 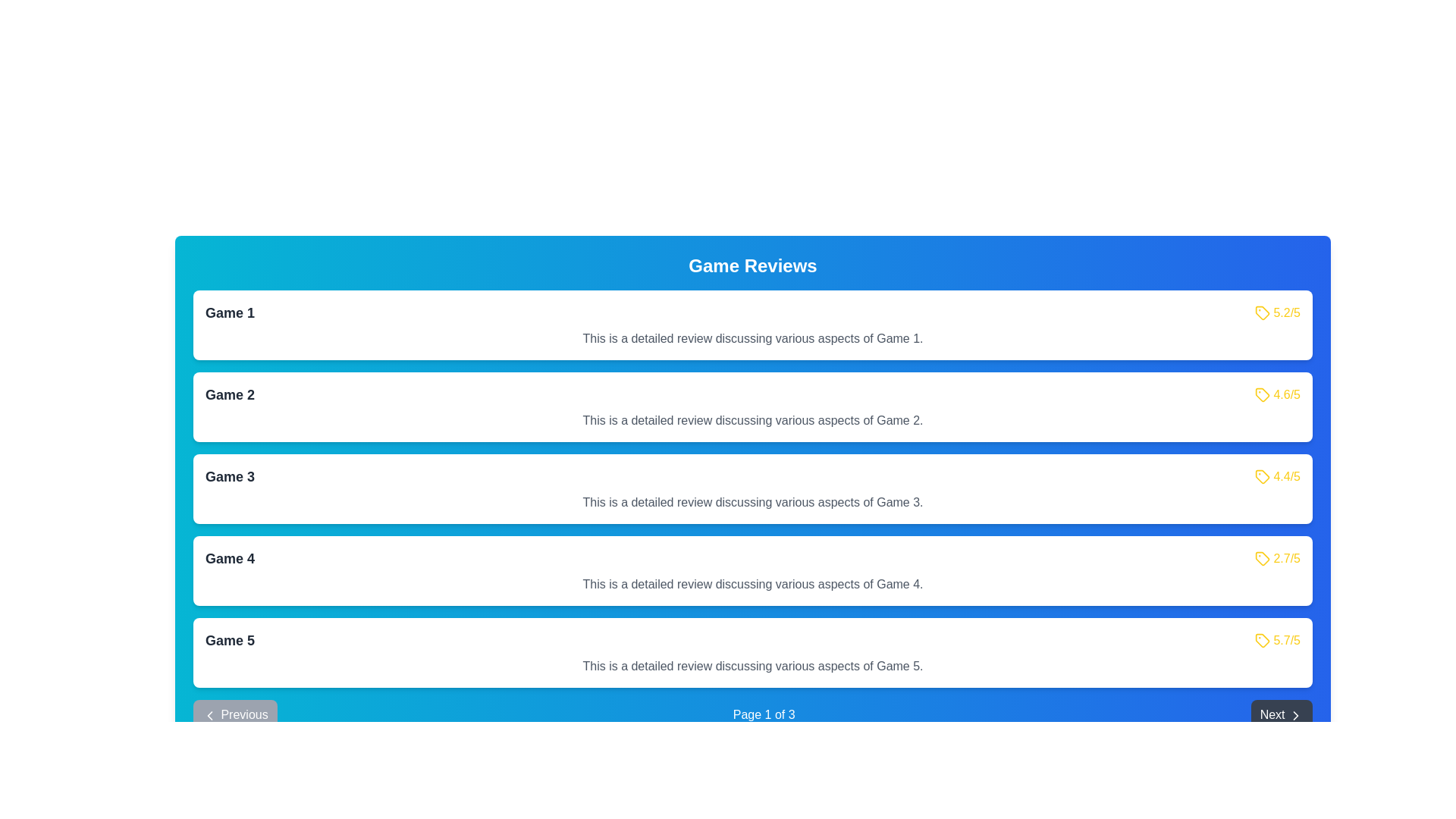 What do you see at coordinates (1277, 312) in the screenshot?
I see `the Rating Display Component showing a rating value of '5.2/5' in bold yellow font, located on the far right within the first row of the list associated with 'Game 1'` at bounding box center [1277, 312].